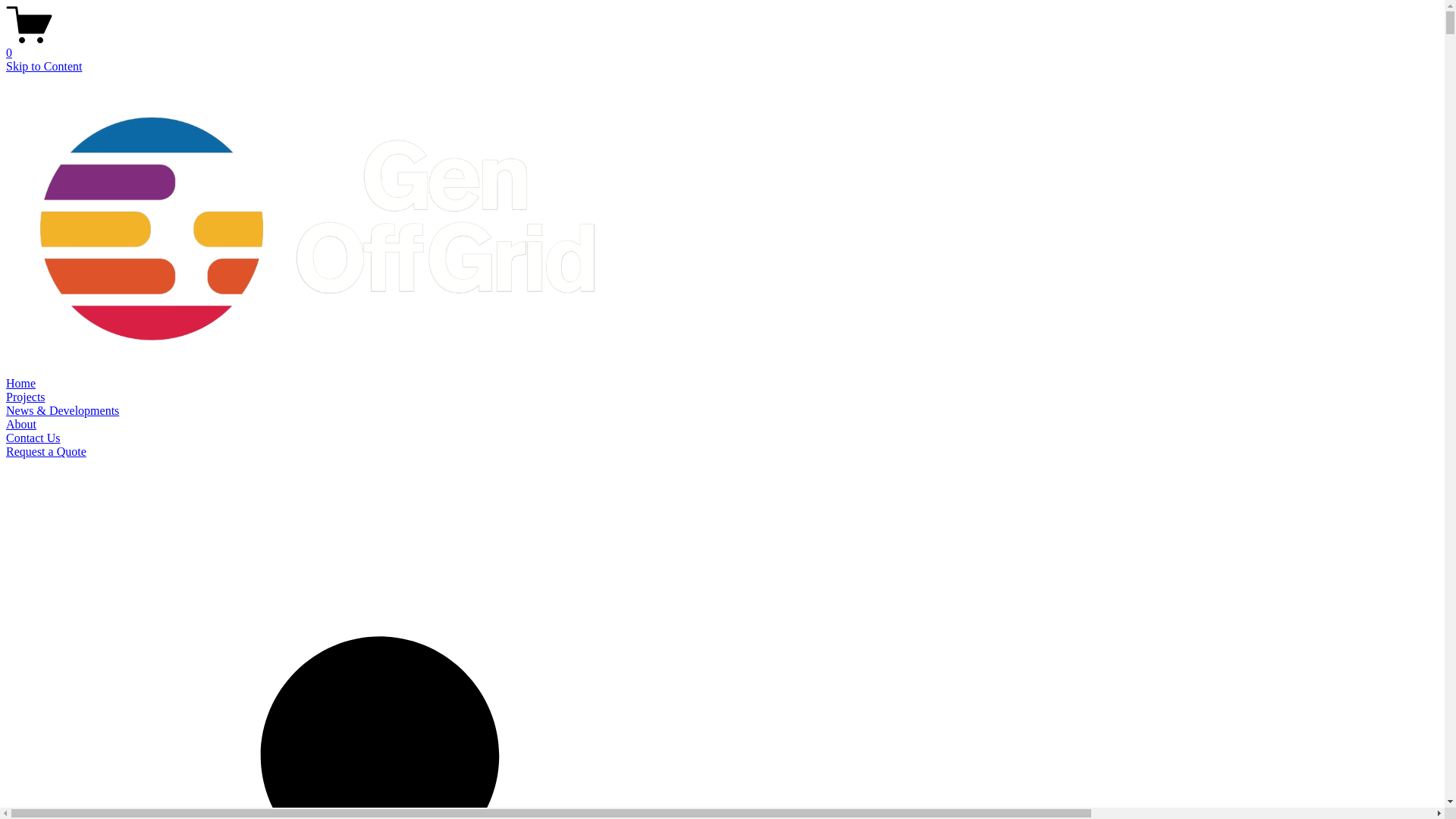 The image size is (1456, 819). I want to click on 'Contact Us', so click(33, 438).